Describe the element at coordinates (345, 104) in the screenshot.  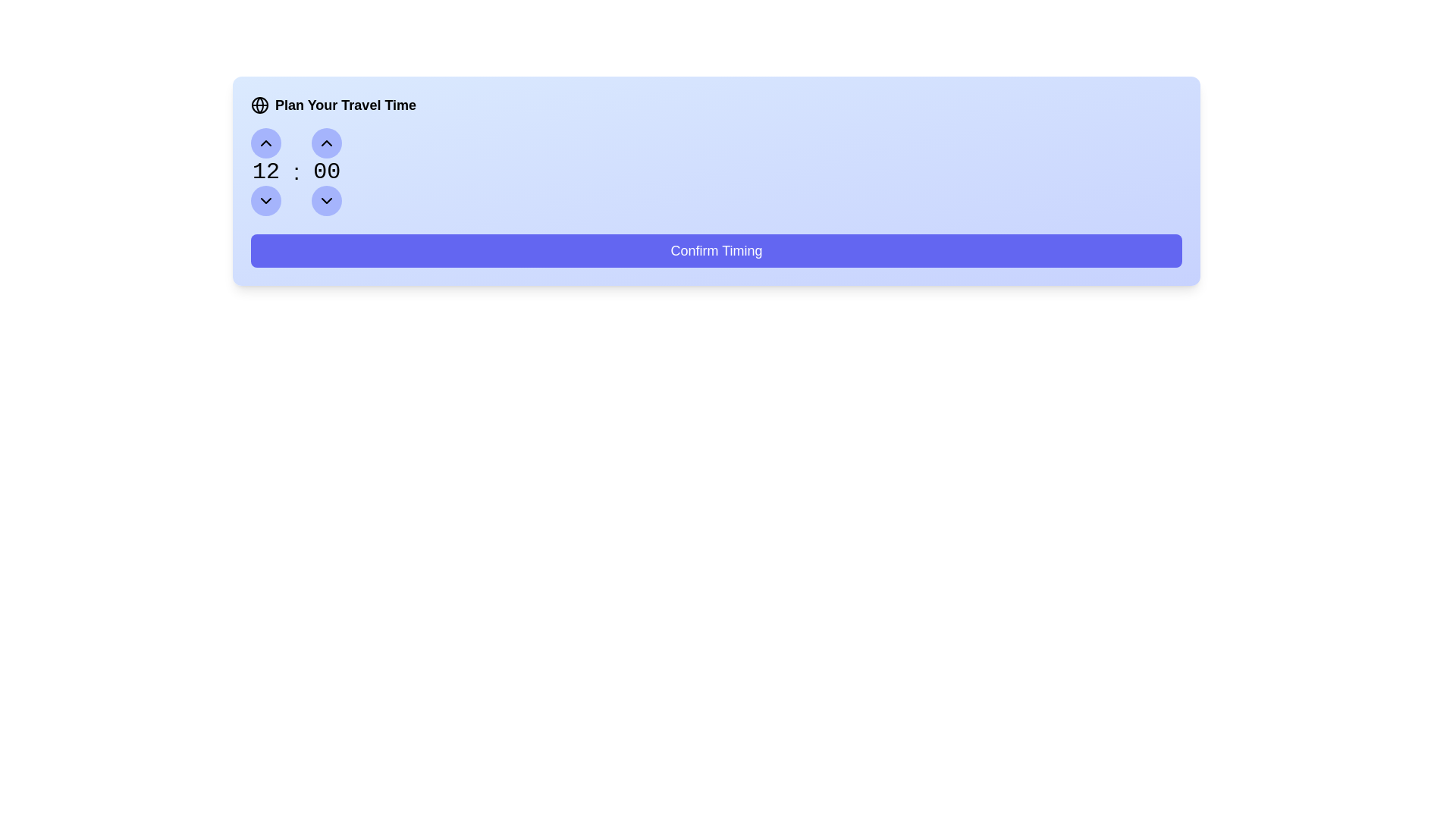
I see `the text label that serves as a title or heading for the interface section, located to the right of a globe icon in the upper-left area of the interface` at that location.